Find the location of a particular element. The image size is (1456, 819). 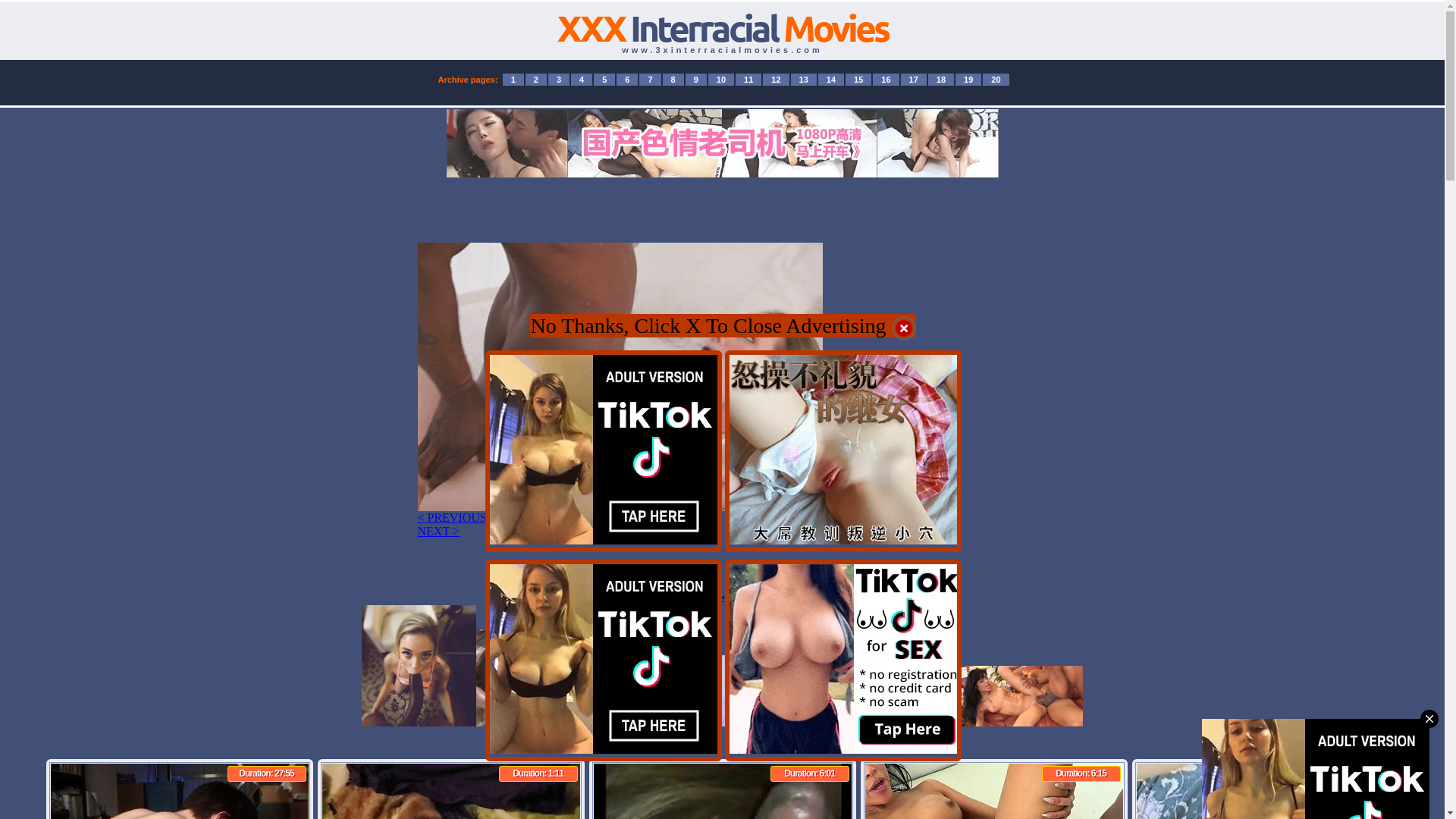

'No Thanks, Click X To Close Advertising' is located at coordinates (722, 328).